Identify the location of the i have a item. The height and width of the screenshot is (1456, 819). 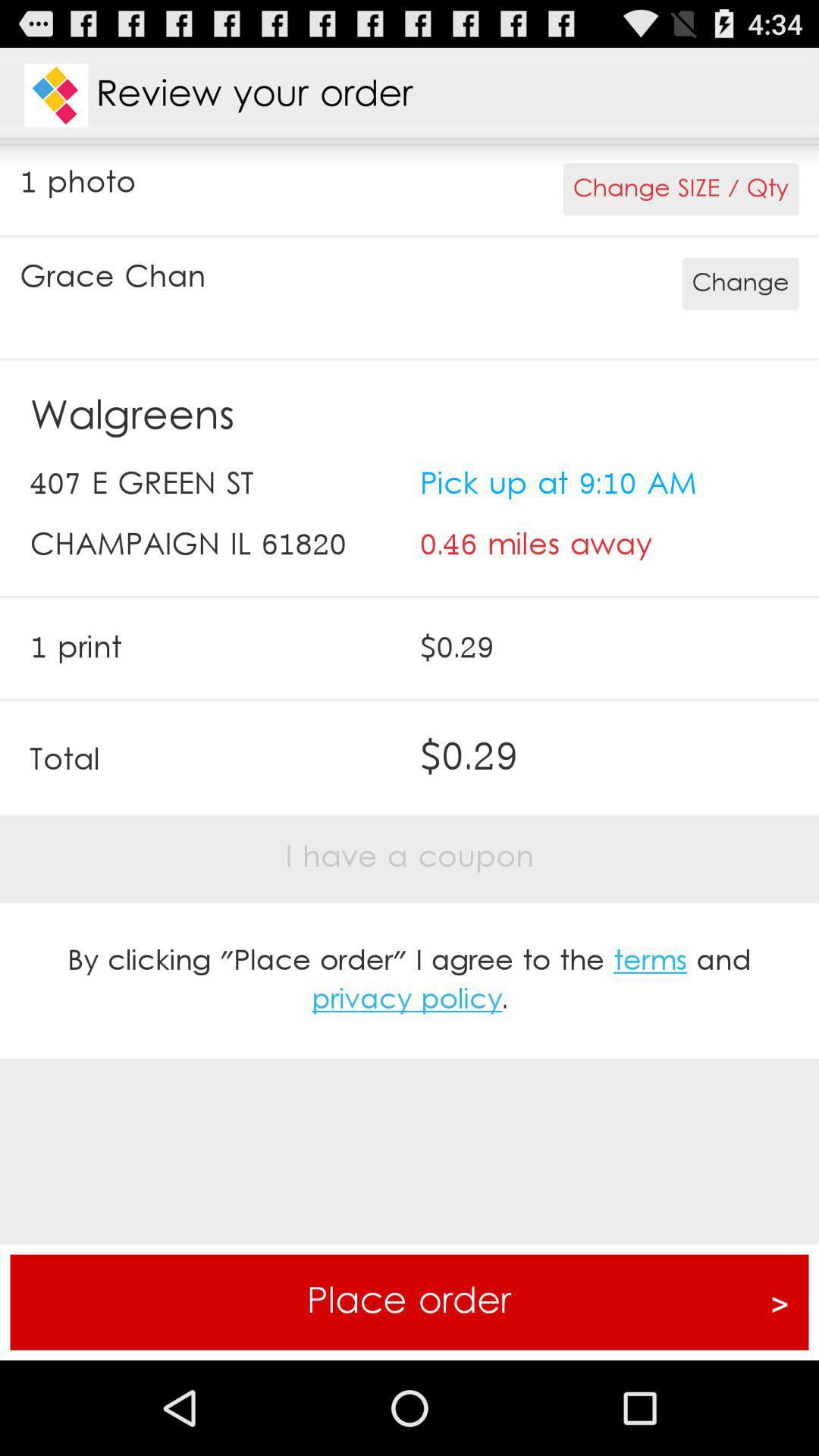
(409, 858).